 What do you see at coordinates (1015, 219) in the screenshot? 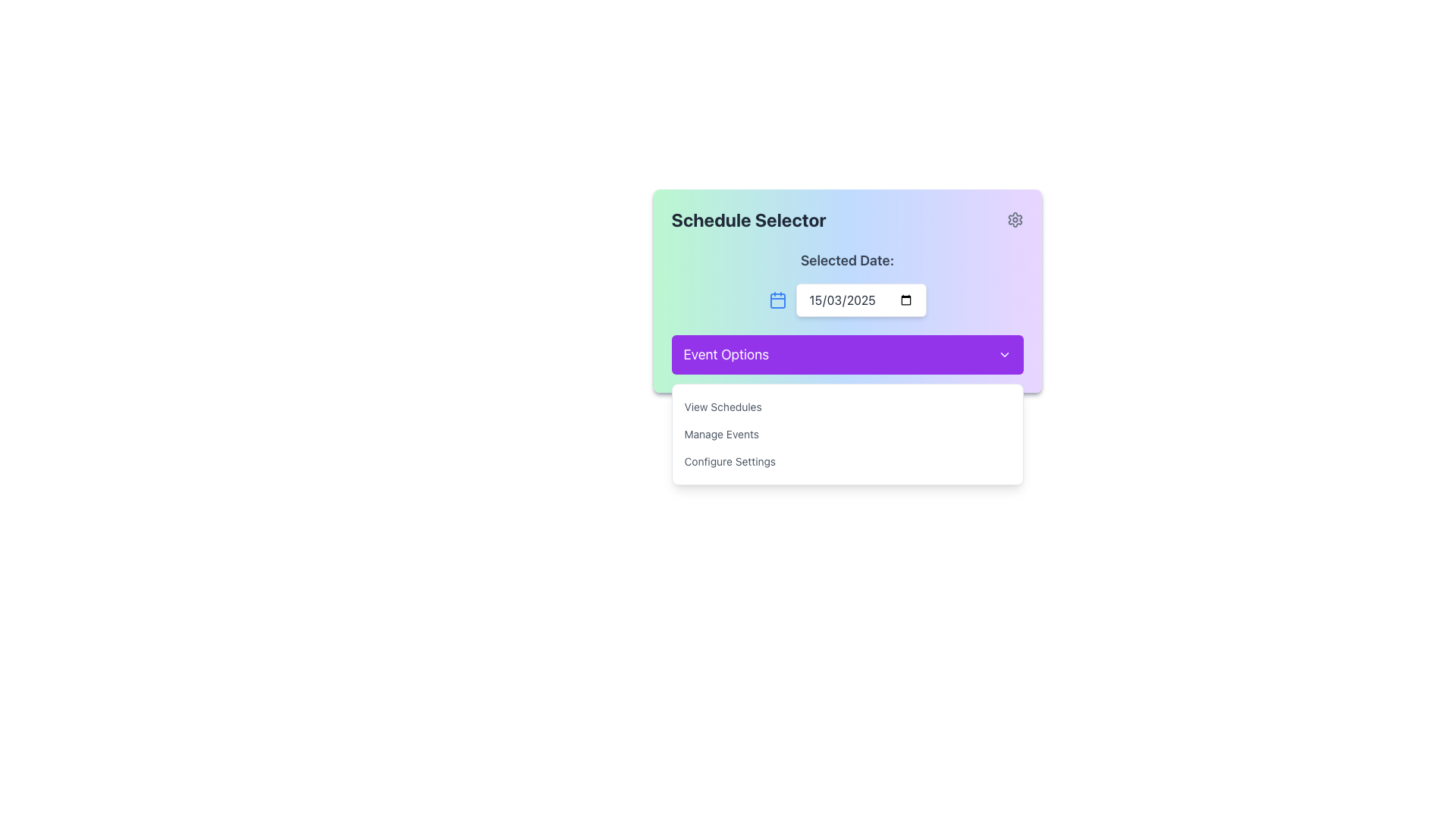
I see `the settings icon button located at the top-right corner adjacent to the 'Schedule Selector' heading` at bounding box center [1015, 219].